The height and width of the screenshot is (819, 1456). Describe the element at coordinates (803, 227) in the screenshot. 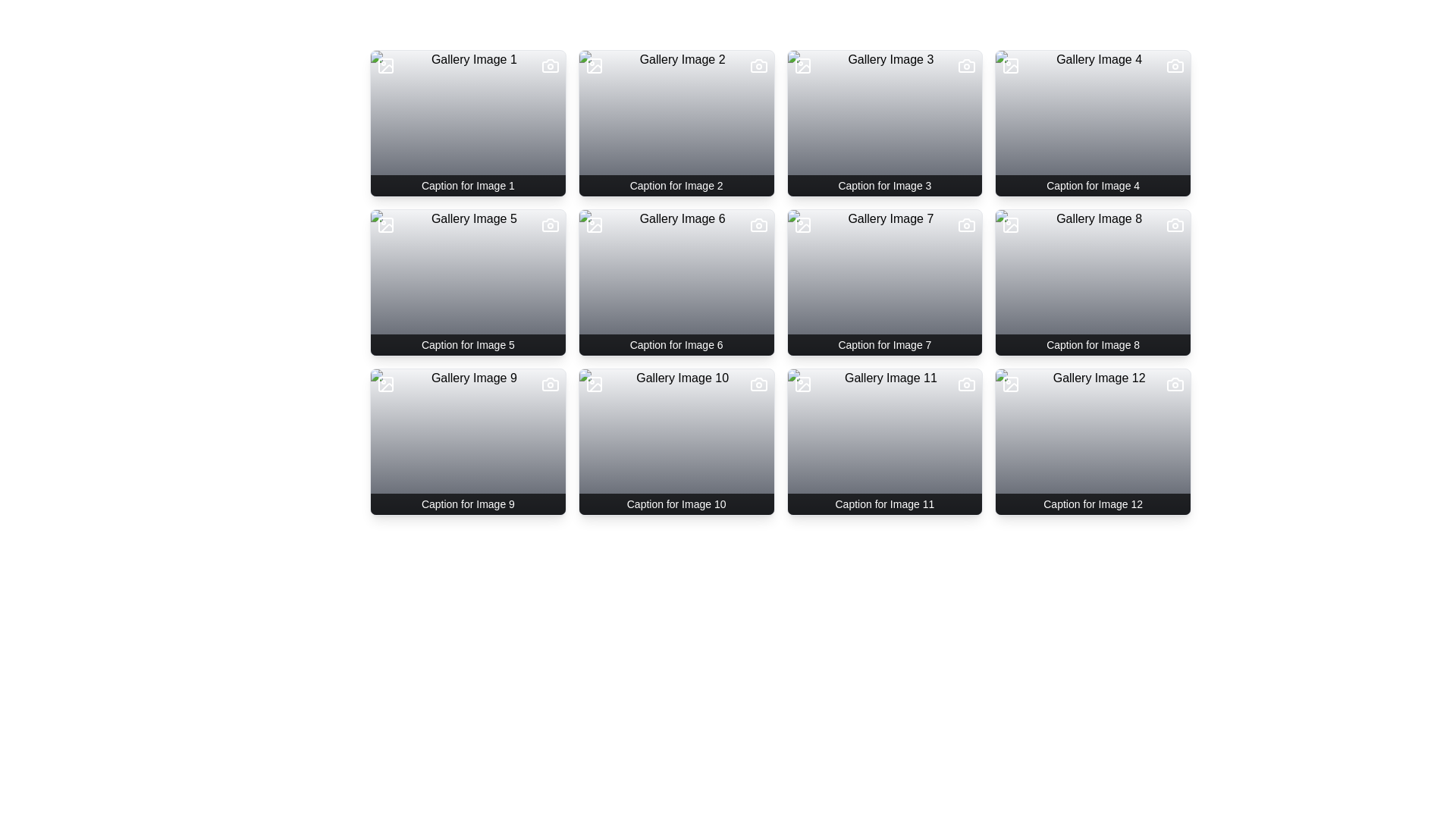

I see `the decorative vector graphical component that is part of the icon in the upper-left corner of the seventh gallery image` at that location.